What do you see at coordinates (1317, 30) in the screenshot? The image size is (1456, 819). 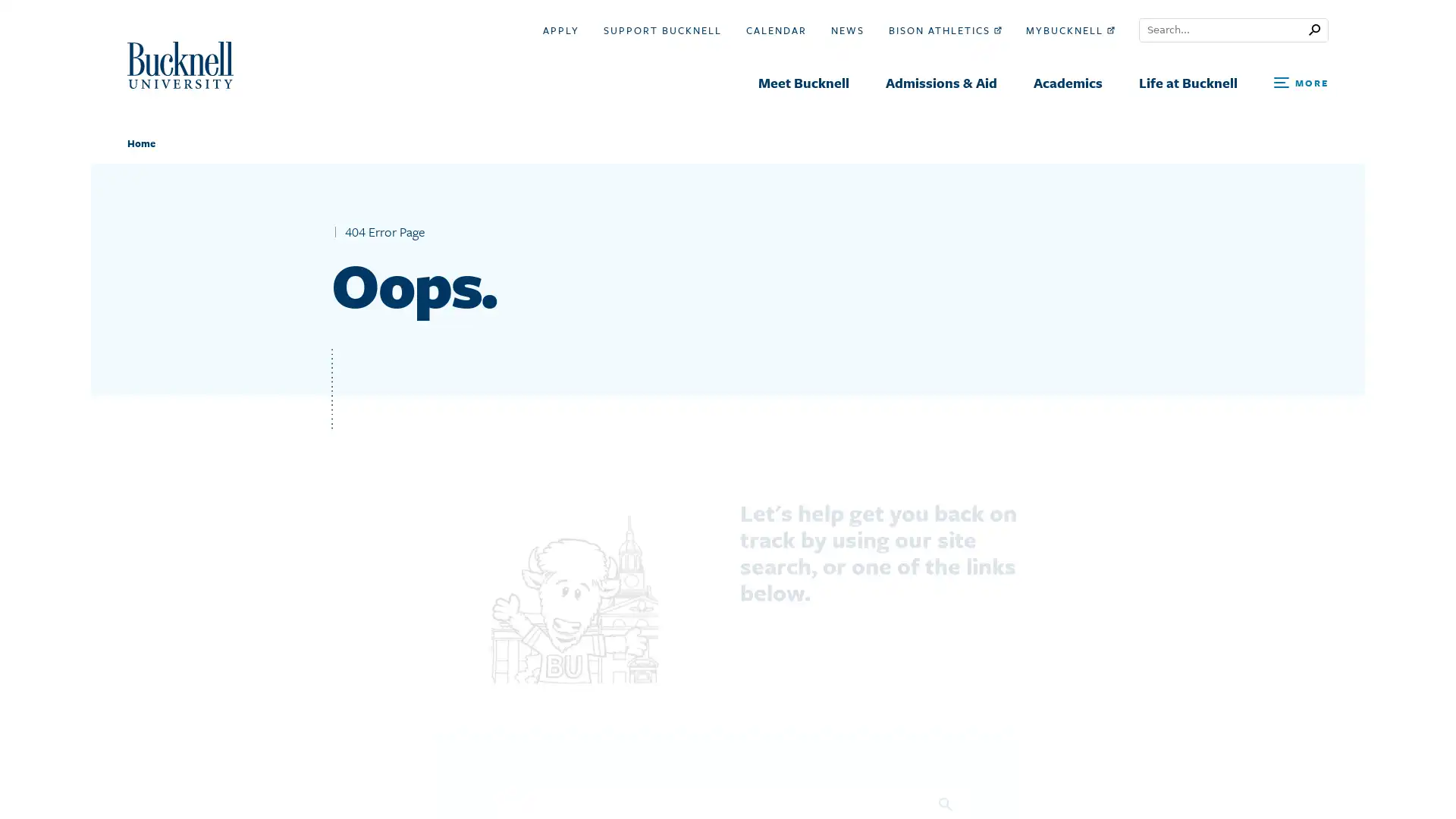 I see `Submit` at bounding box center [1317, 30].